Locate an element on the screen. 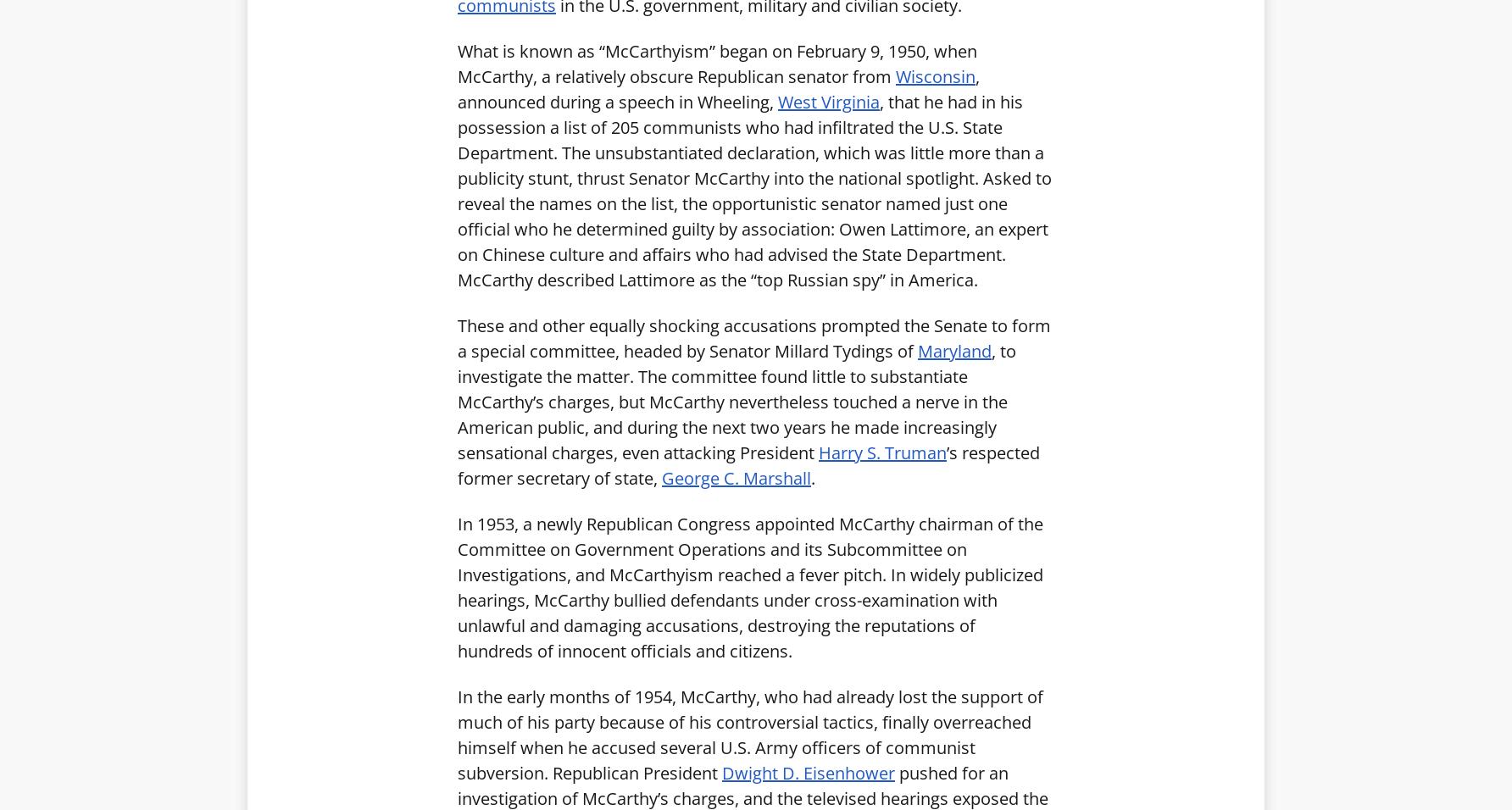  'These and other equally shocking accusations prompted the Senate to form a special committee, headed by Senator Millard Tydings of' is located at coordinates (753, 337).